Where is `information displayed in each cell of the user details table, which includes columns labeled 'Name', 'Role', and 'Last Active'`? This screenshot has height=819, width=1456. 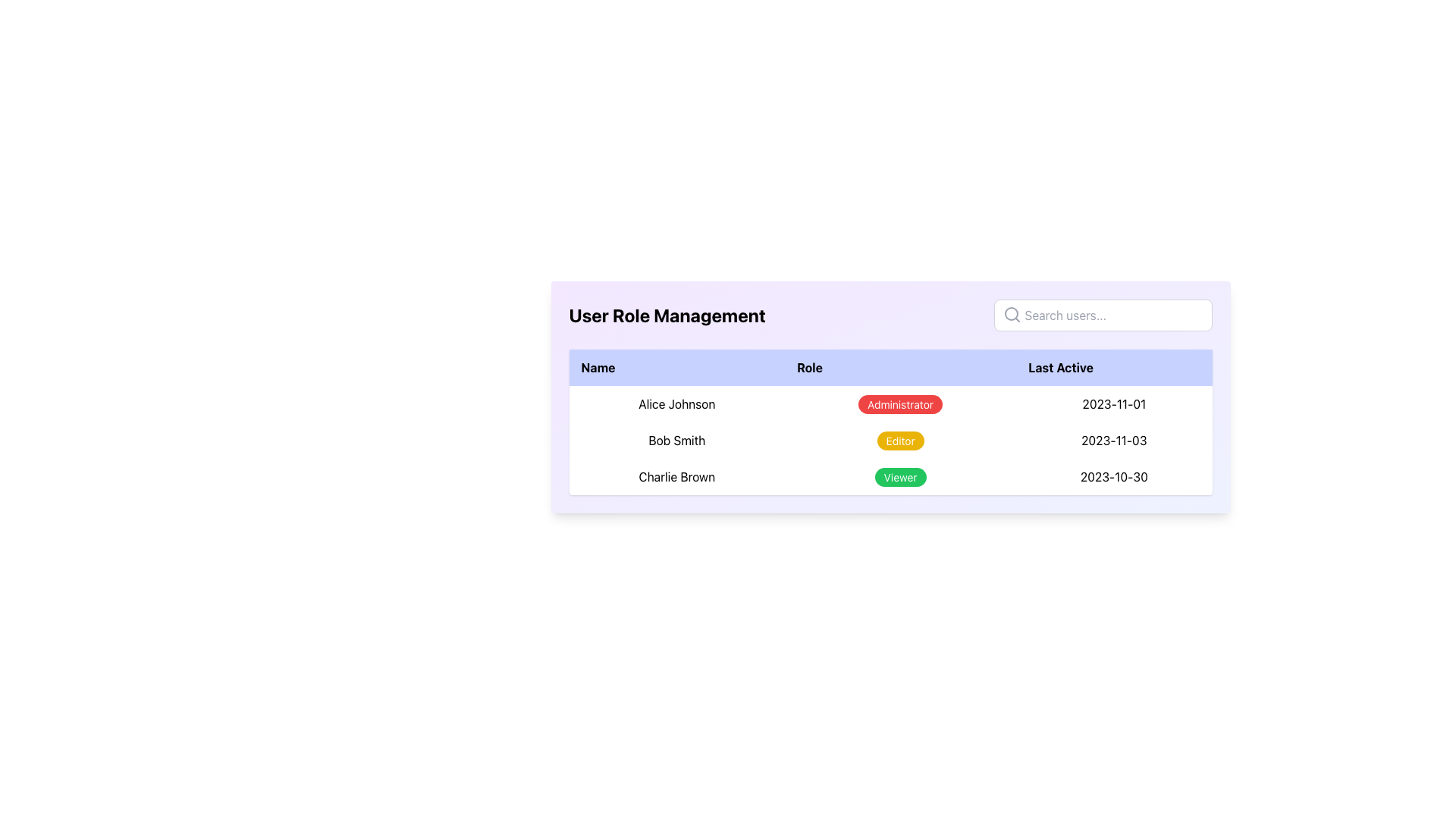 information displayed in each cell of the user details table, which includes columns labeled 'Name', 'Role', and 'Last Active' is located at coordinates (890, 422).